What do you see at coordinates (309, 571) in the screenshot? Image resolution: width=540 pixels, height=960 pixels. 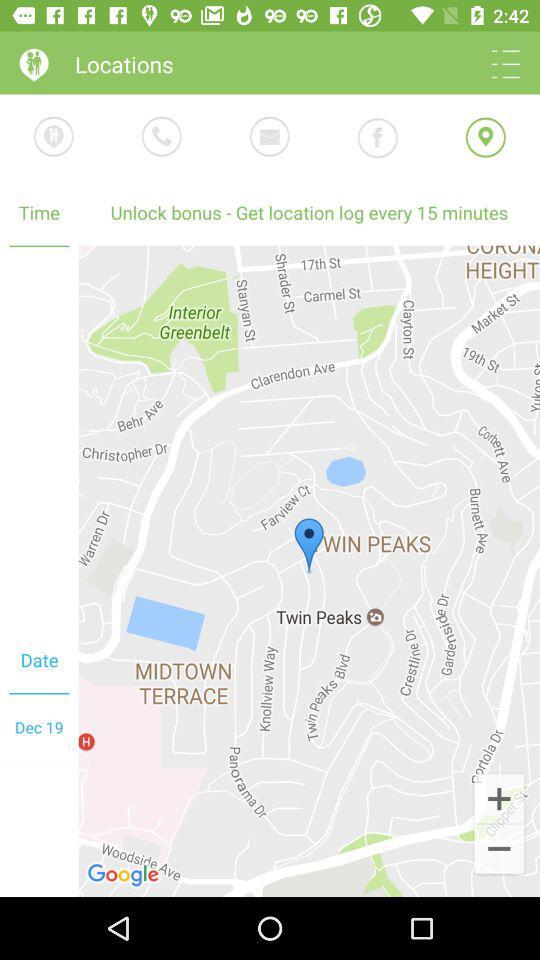 I see `the app to the right of time` at bounding box center [309, 571].